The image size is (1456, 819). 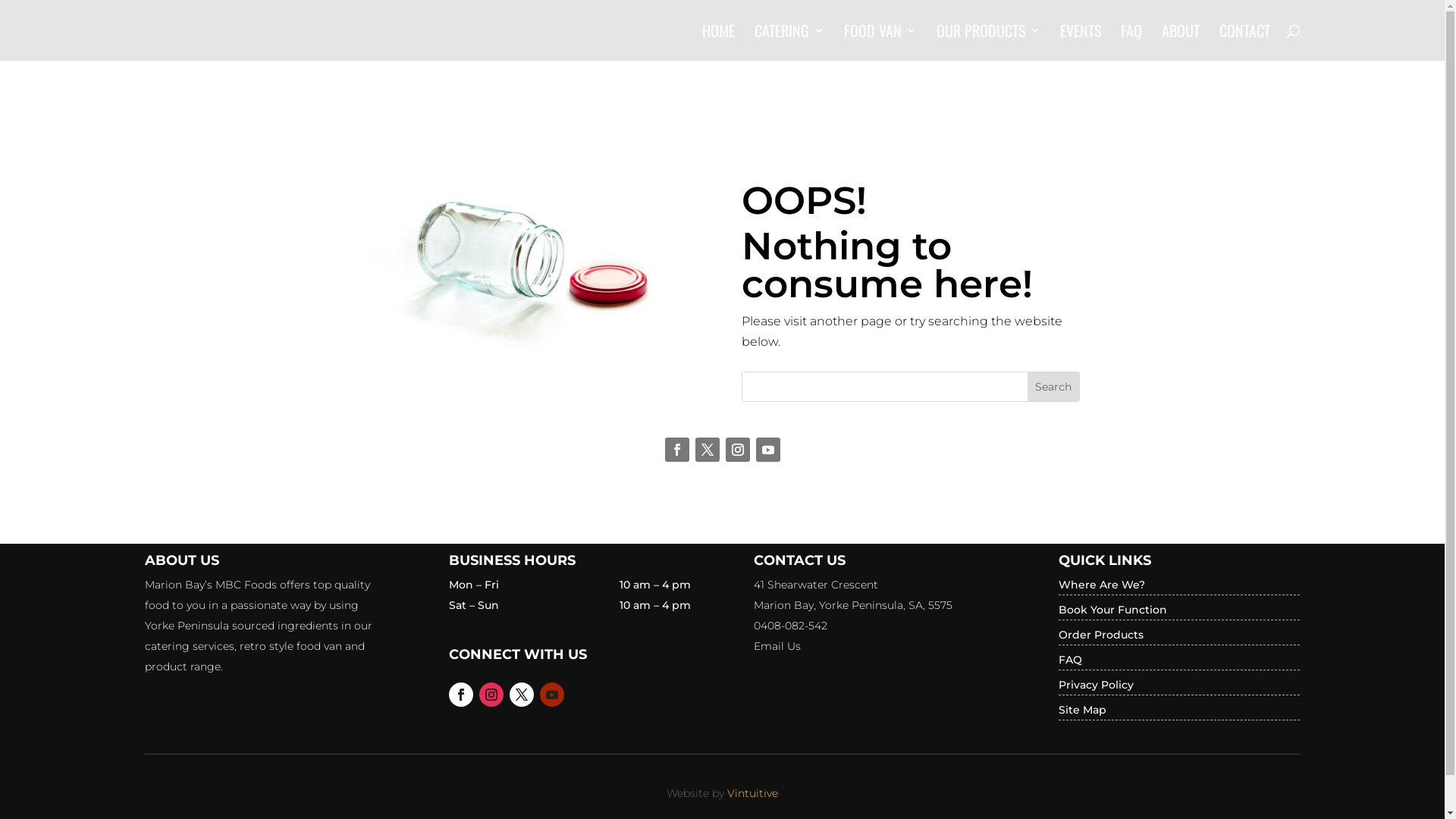 I want to click on 'EVENTS', so click(x=1080, y=42).